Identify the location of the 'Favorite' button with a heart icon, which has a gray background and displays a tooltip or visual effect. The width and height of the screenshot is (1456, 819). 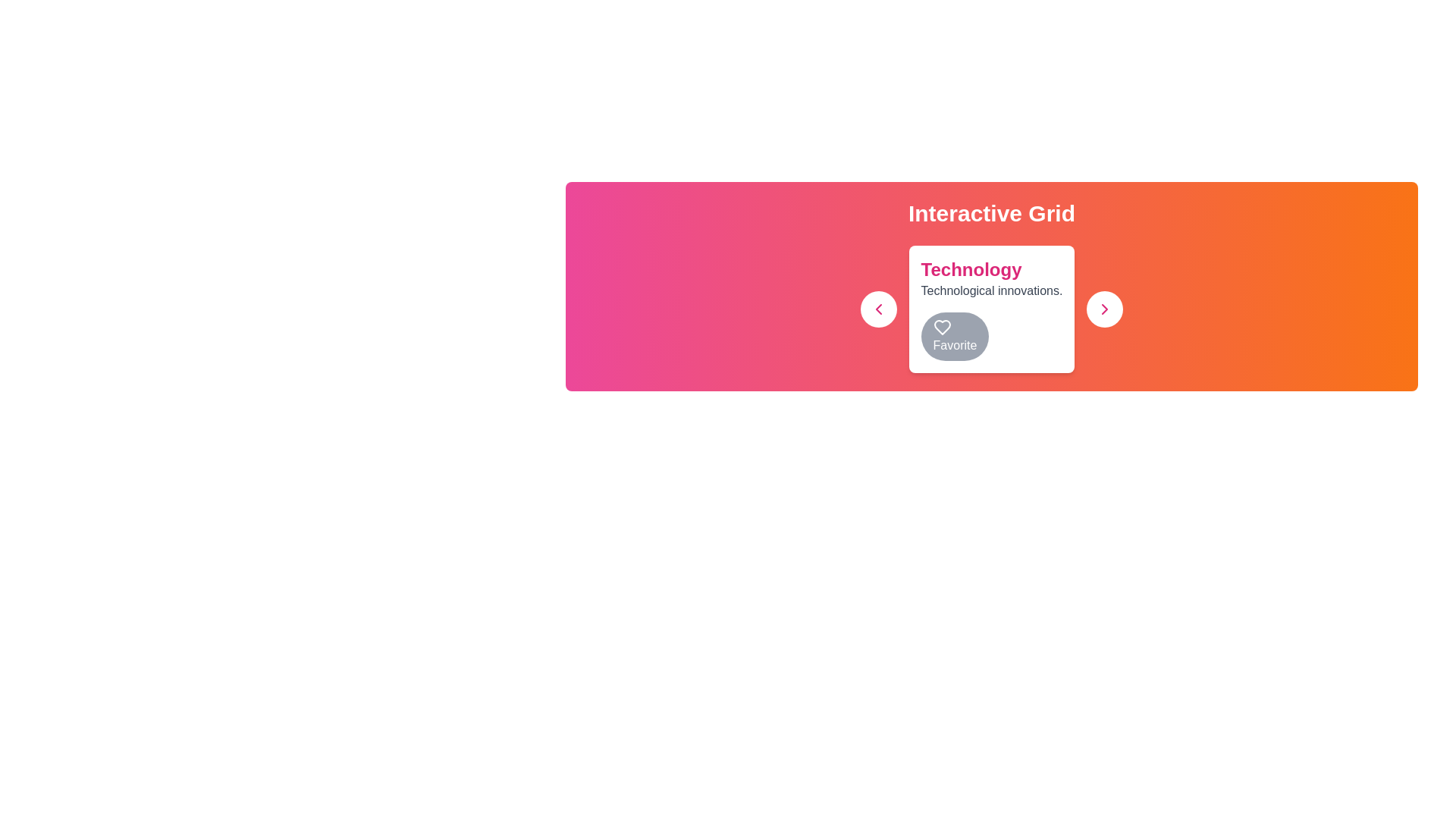
(954, 335).